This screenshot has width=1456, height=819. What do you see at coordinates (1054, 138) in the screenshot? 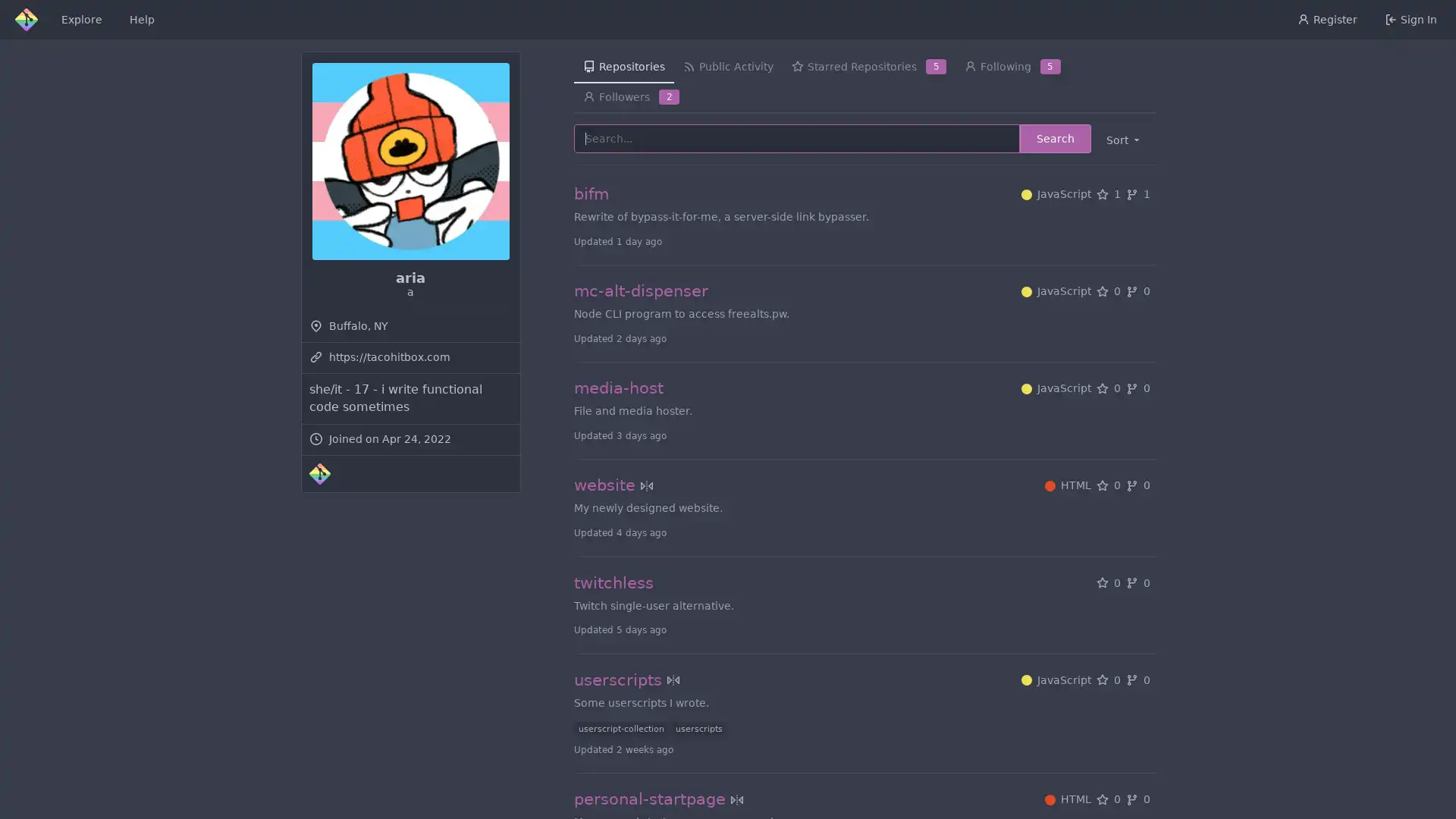
I see `Search` at bounding box center [1054, 138].